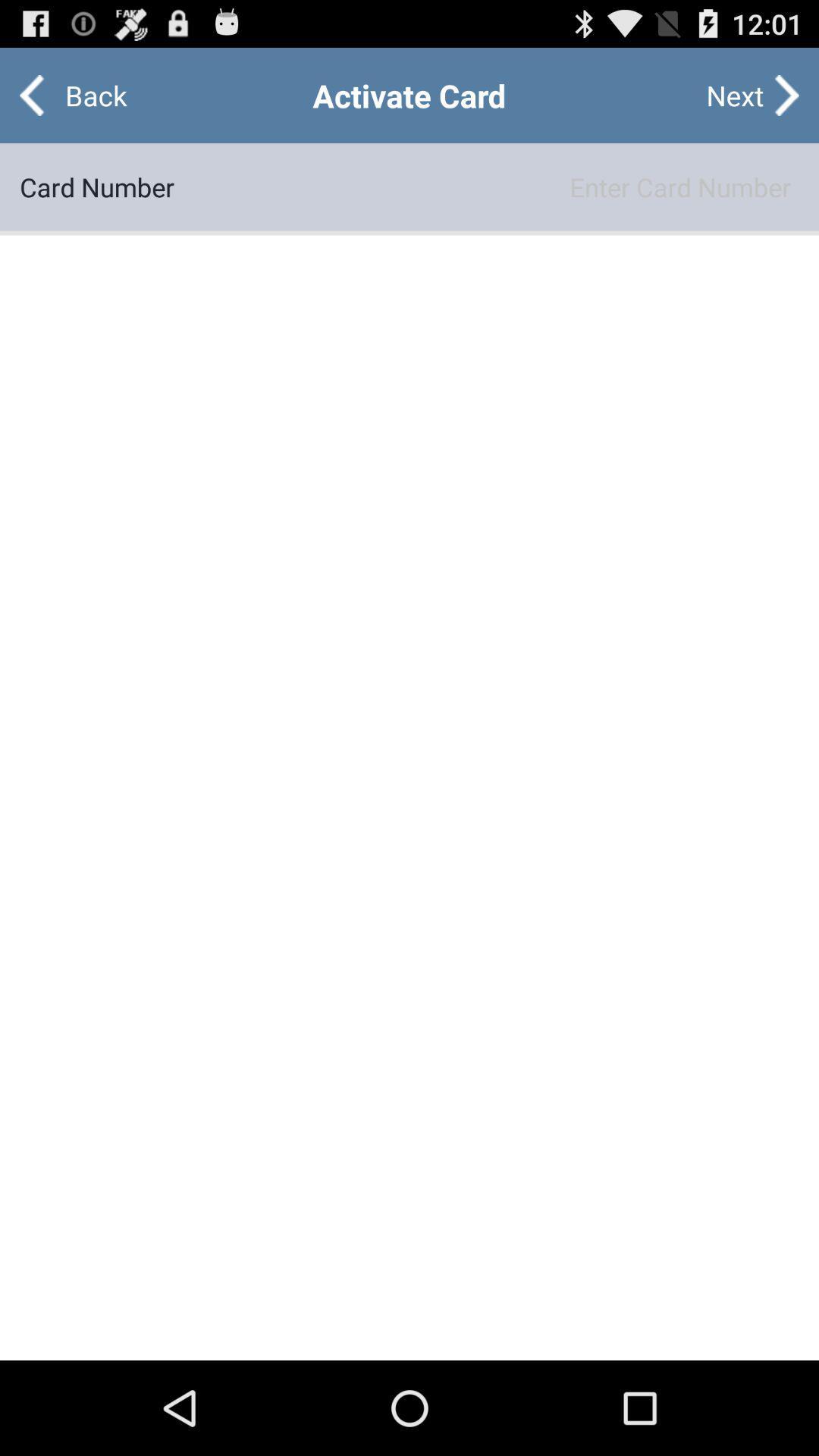 This screenshot has height=1456, width=819. I want to click on icon to the right of the back item, so click(734, 94).